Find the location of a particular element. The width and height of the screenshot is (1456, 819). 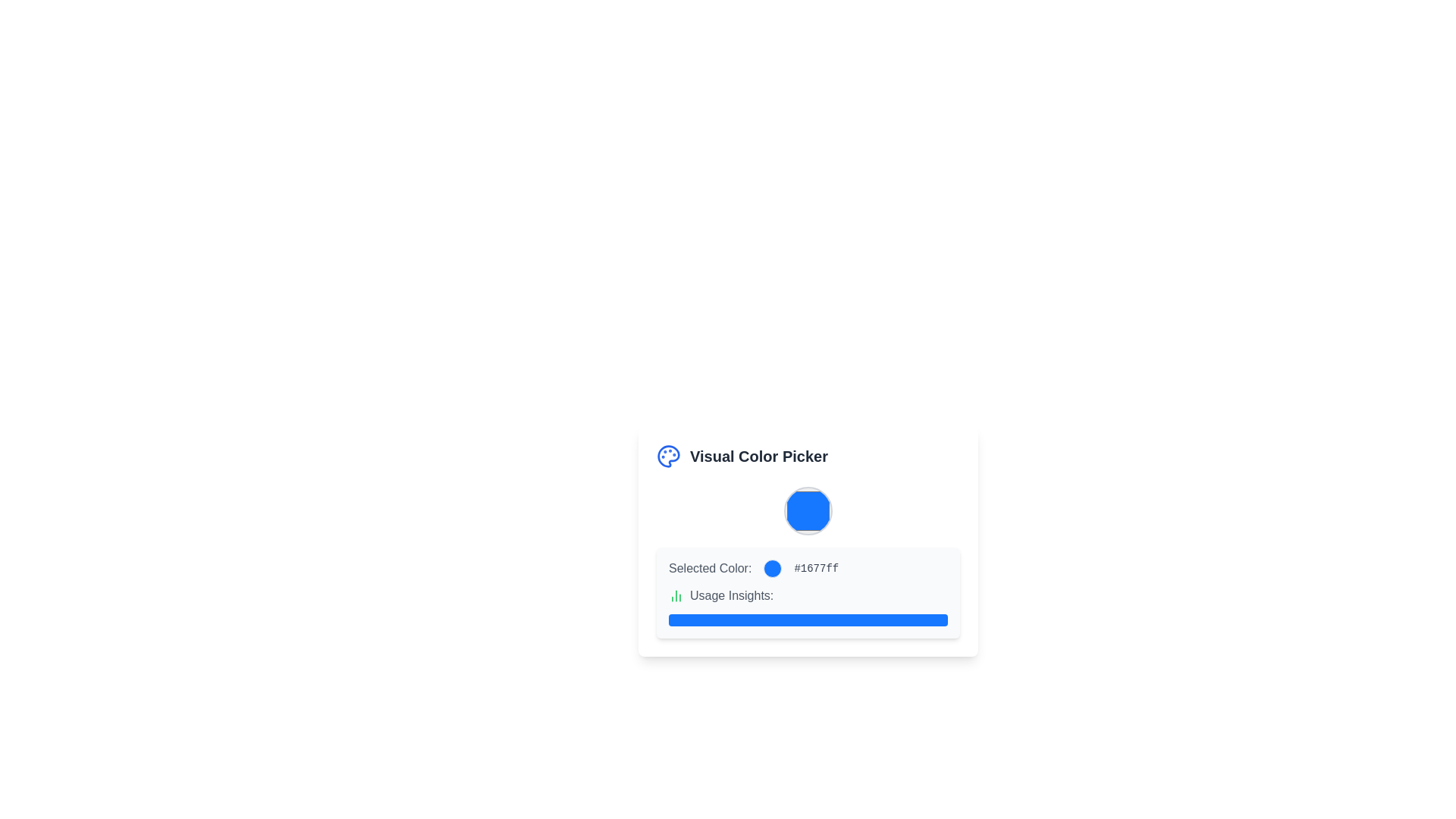

the informational display section that shows the selected color '#1677ff' and its properties, including the label 'Selected Color:' and the blue color swatch is located at coordinates (807, 562).